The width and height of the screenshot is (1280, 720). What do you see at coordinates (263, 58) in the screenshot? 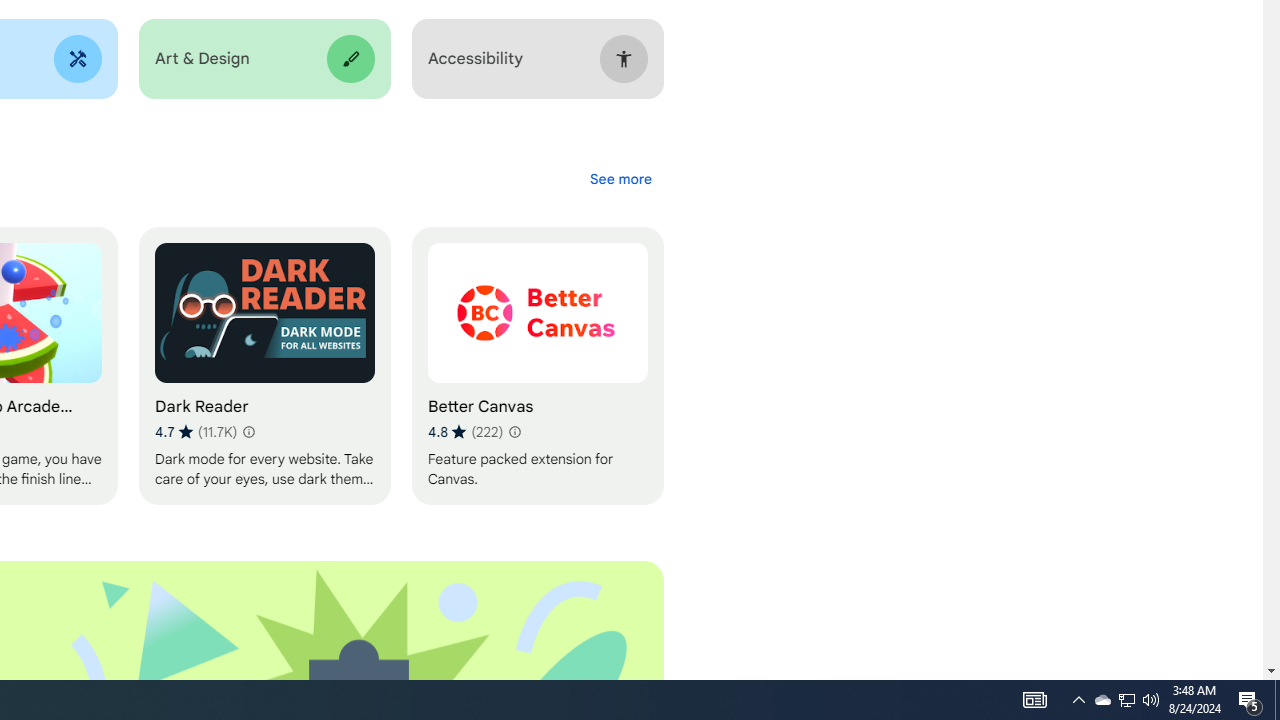
I see `'Art & Design'` at bounding box center [263, 58].